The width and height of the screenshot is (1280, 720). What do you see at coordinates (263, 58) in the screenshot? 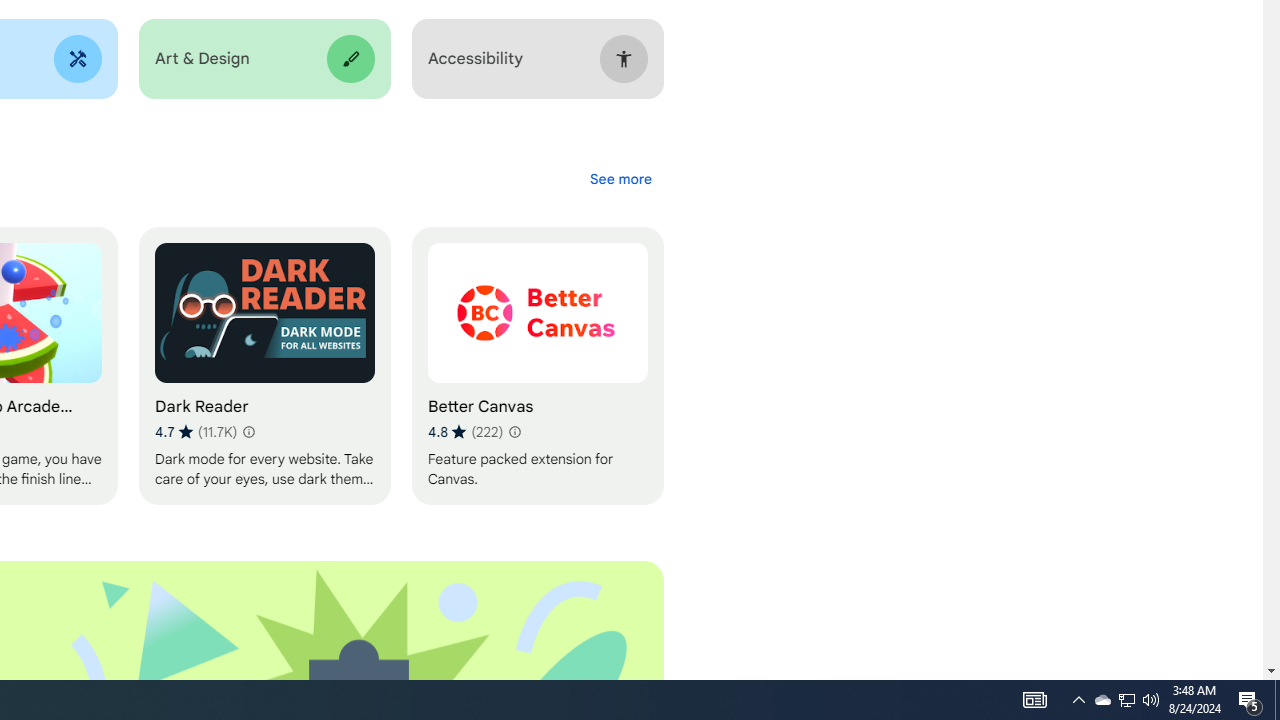
I see `'Art & Design'` at bounding box center [263, 58].